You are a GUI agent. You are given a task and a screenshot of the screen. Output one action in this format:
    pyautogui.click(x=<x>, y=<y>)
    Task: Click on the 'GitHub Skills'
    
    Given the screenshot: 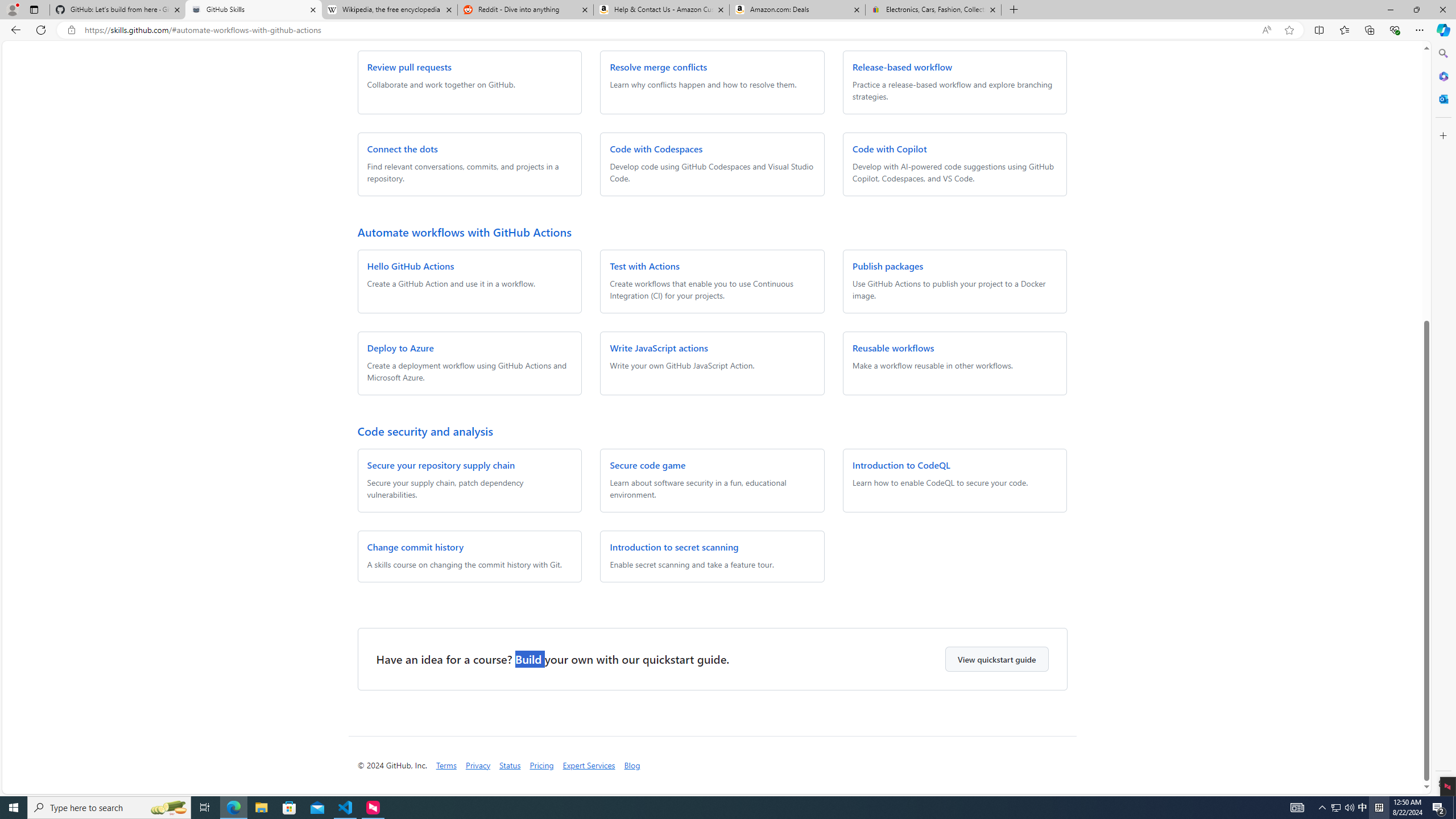 What is the action you would take?
    pyautogui.click(x=253, y=9)
    